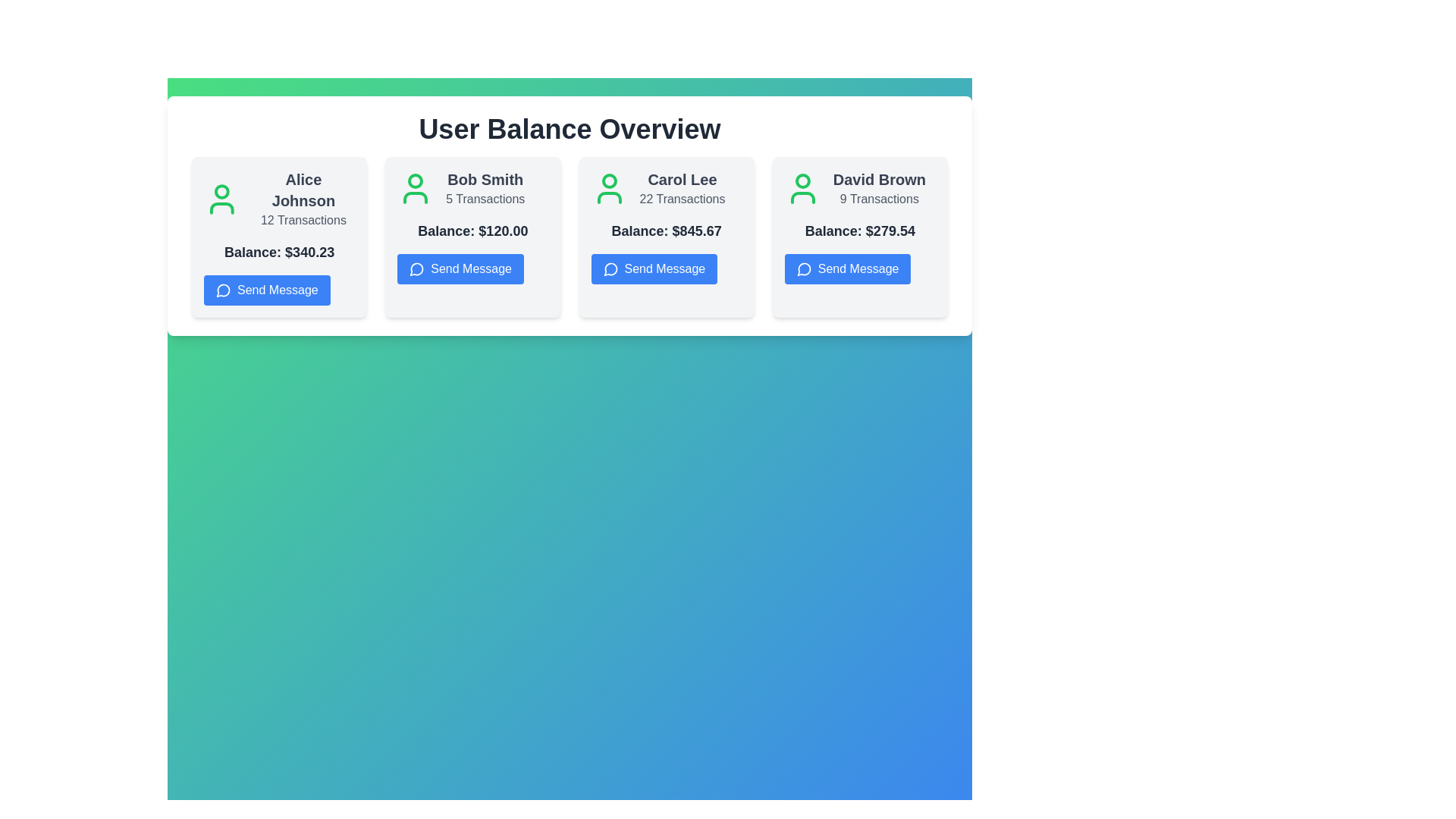 The height and width of the screenshot is (819, 1456). What do you see at coordinates (460, 268) in the screenshot?
I see `the button located below the 'Balance: $120.00' text in the 'Bob Smith' card to send a message` at bounding box center [460, 268].